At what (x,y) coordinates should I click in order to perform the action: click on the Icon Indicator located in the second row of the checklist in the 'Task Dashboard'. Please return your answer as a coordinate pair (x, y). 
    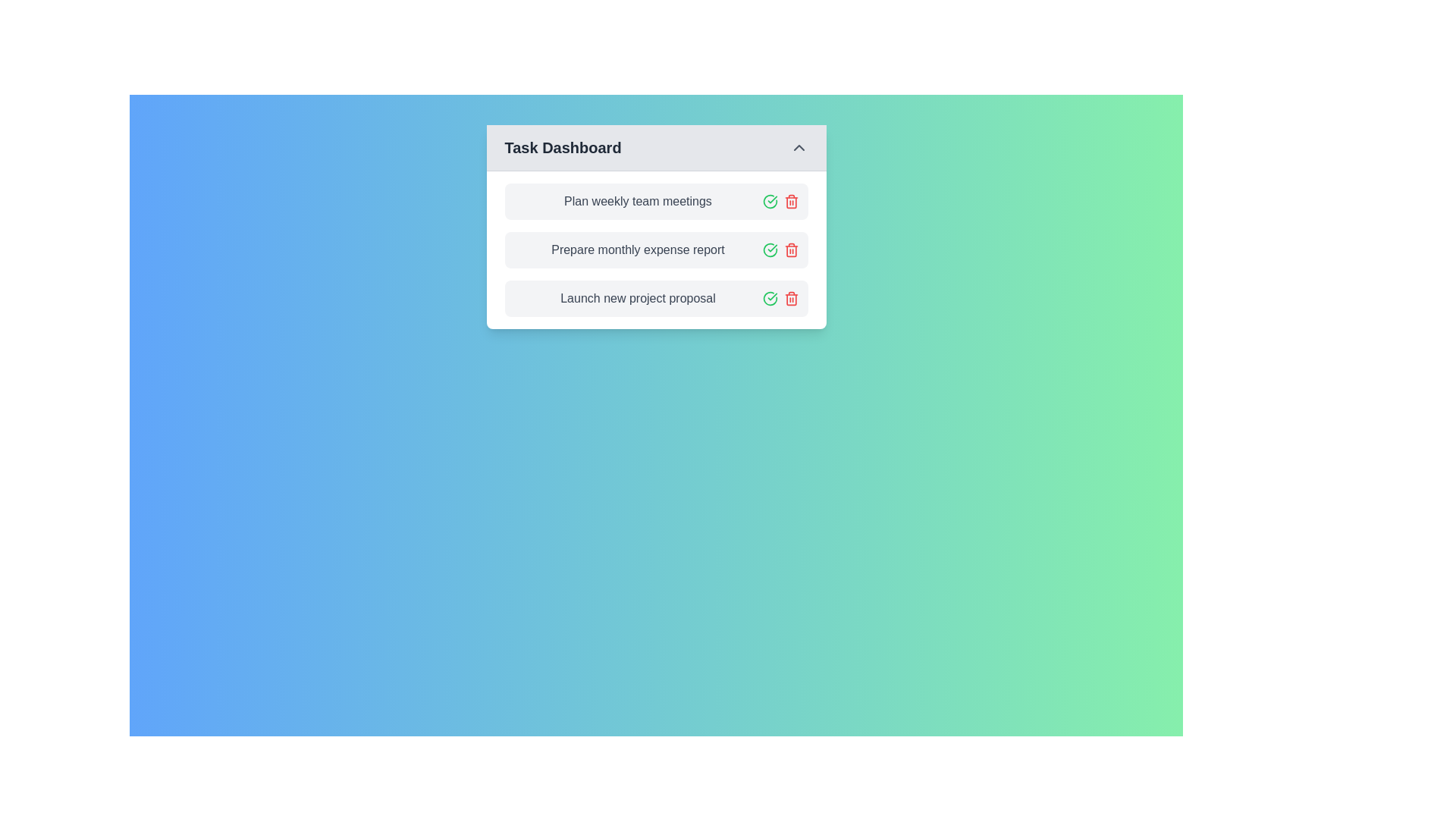
    Looking at the image, I should click on (770, 201).